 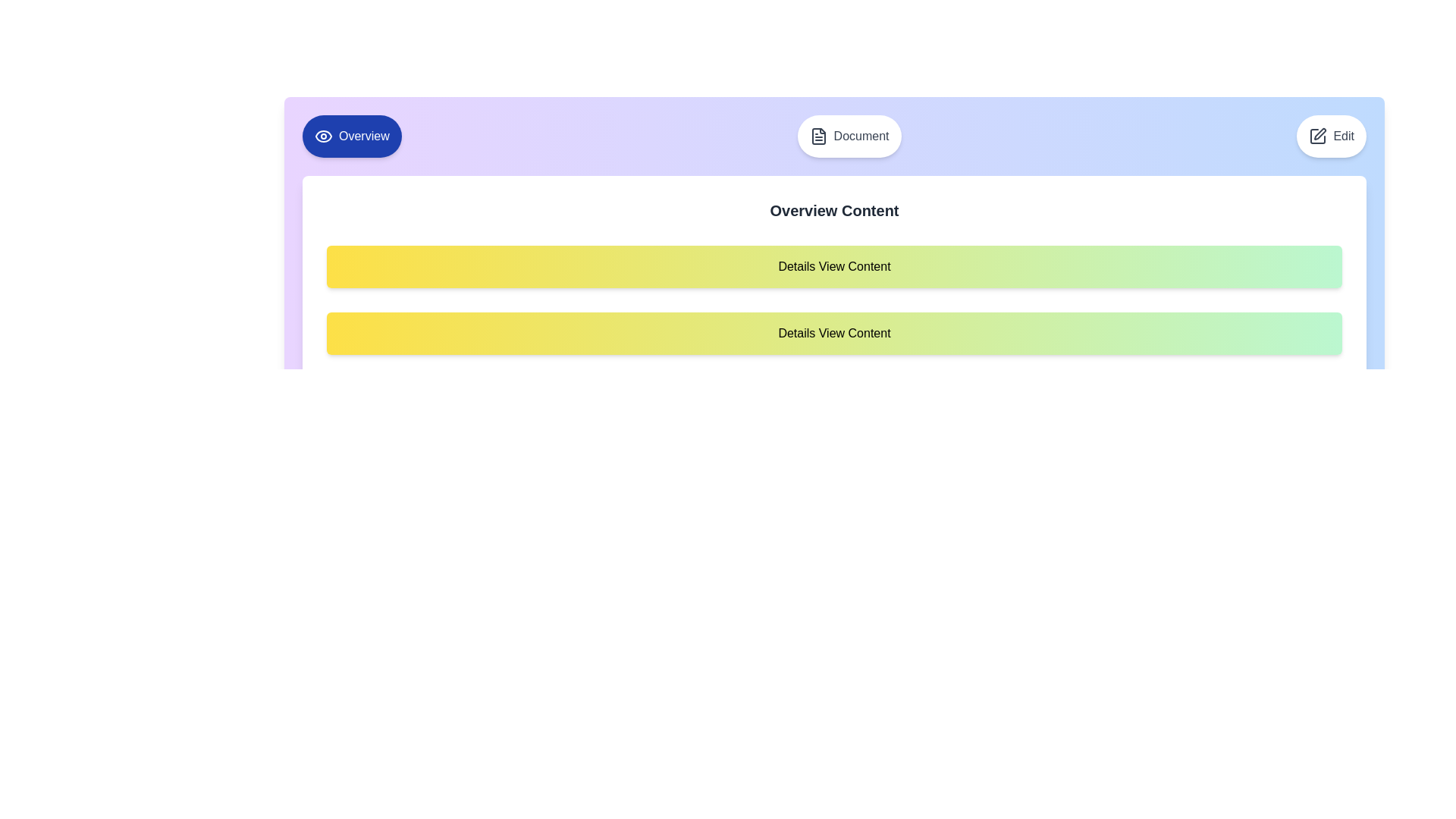 What do you see at coordinates (1331, 136) in the screenshot?
I see `the tab labeled Edit to observe its visual feedback` at bounding box center [1331, 136].